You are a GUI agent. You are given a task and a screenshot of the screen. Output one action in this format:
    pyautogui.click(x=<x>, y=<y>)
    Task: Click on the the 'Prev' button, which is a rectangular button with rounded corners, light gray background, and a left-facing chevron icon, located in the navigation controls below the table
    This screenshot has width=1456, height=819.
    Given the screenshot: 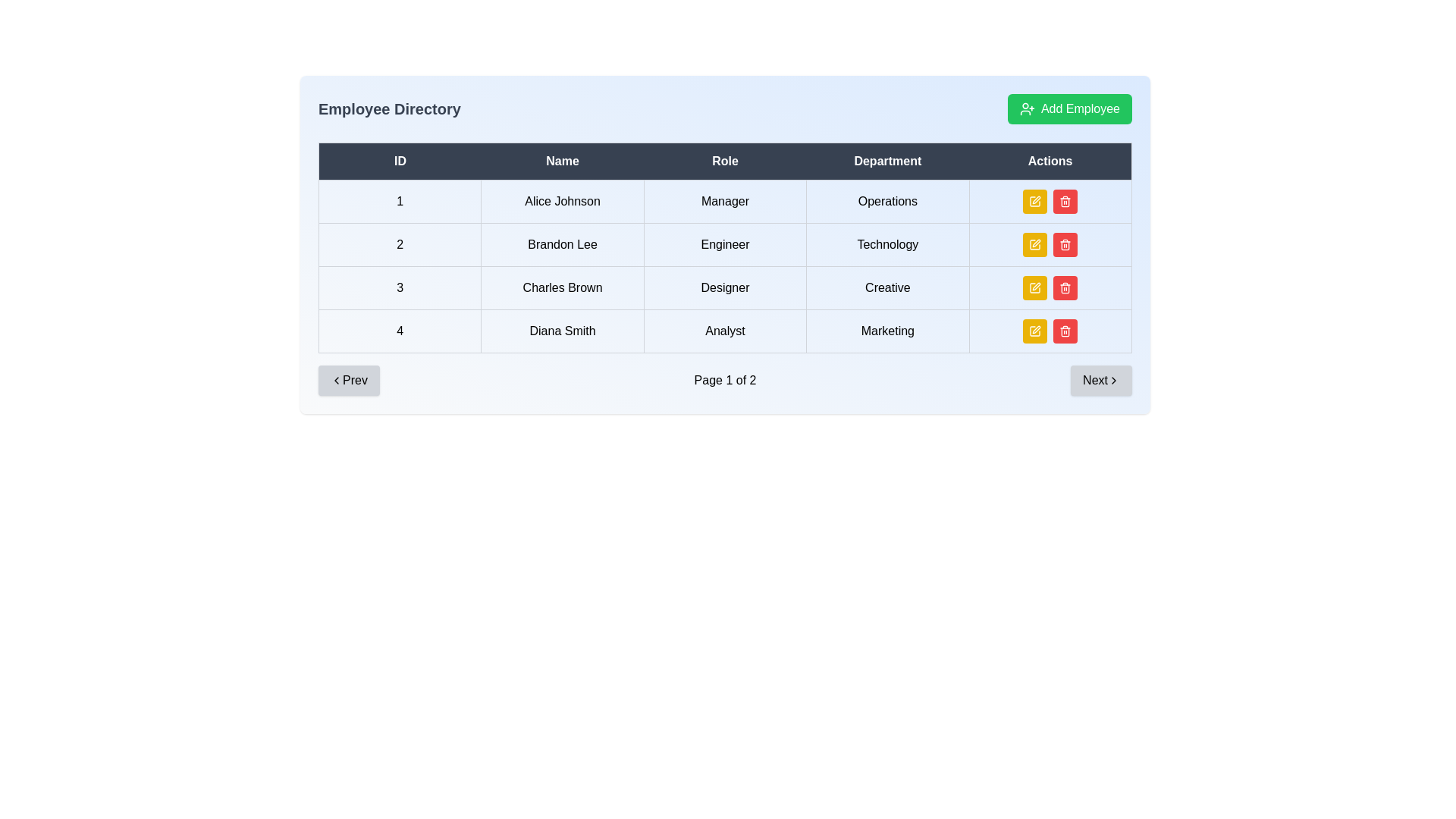 What is the action you would take?
    pyautogui.click(x=348, y=379)
    